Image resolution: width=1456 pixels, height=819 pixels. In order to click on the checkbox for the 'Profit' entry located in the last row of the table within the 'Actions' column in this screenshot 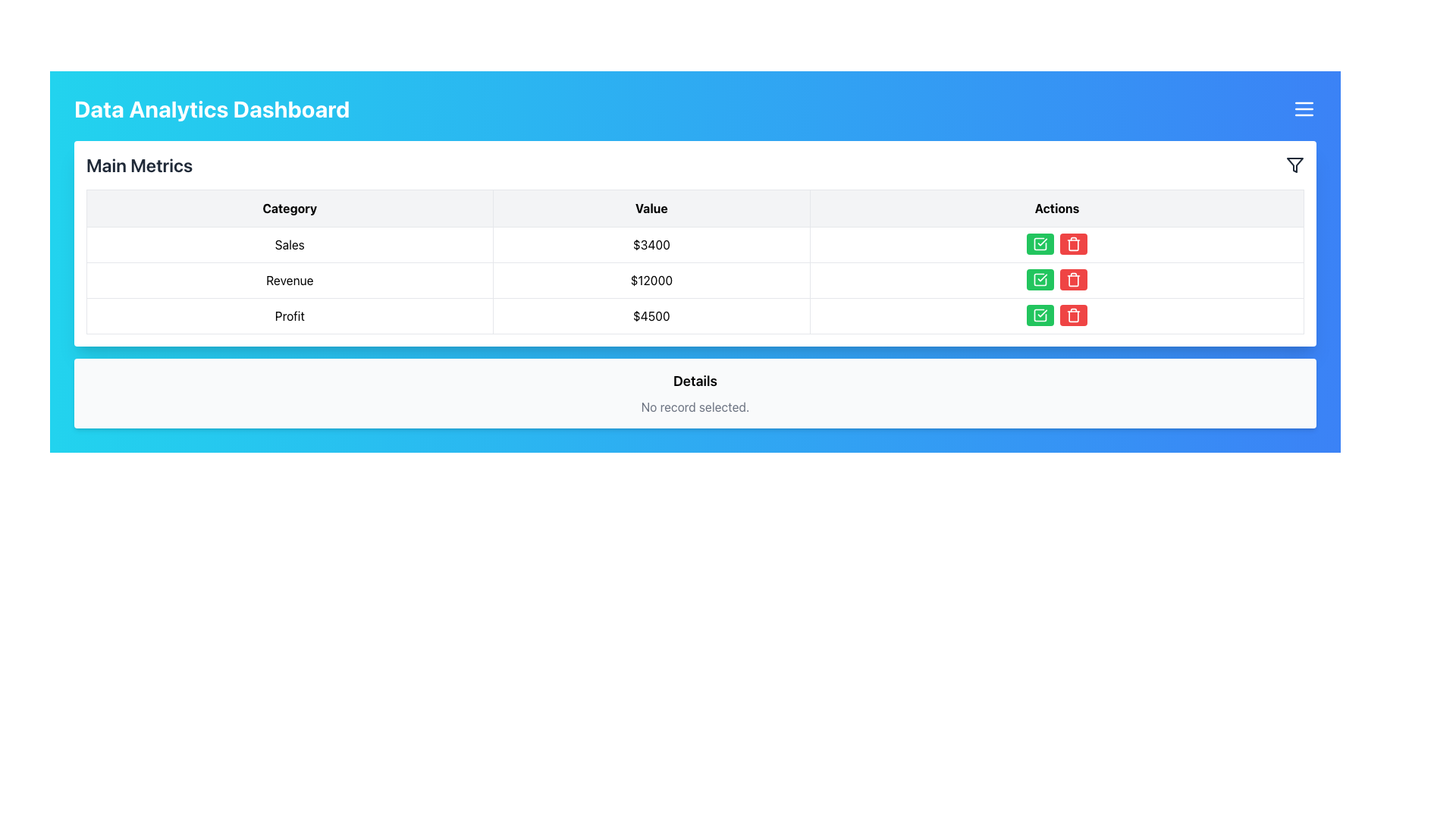, I will do `click(1040, 315)`.